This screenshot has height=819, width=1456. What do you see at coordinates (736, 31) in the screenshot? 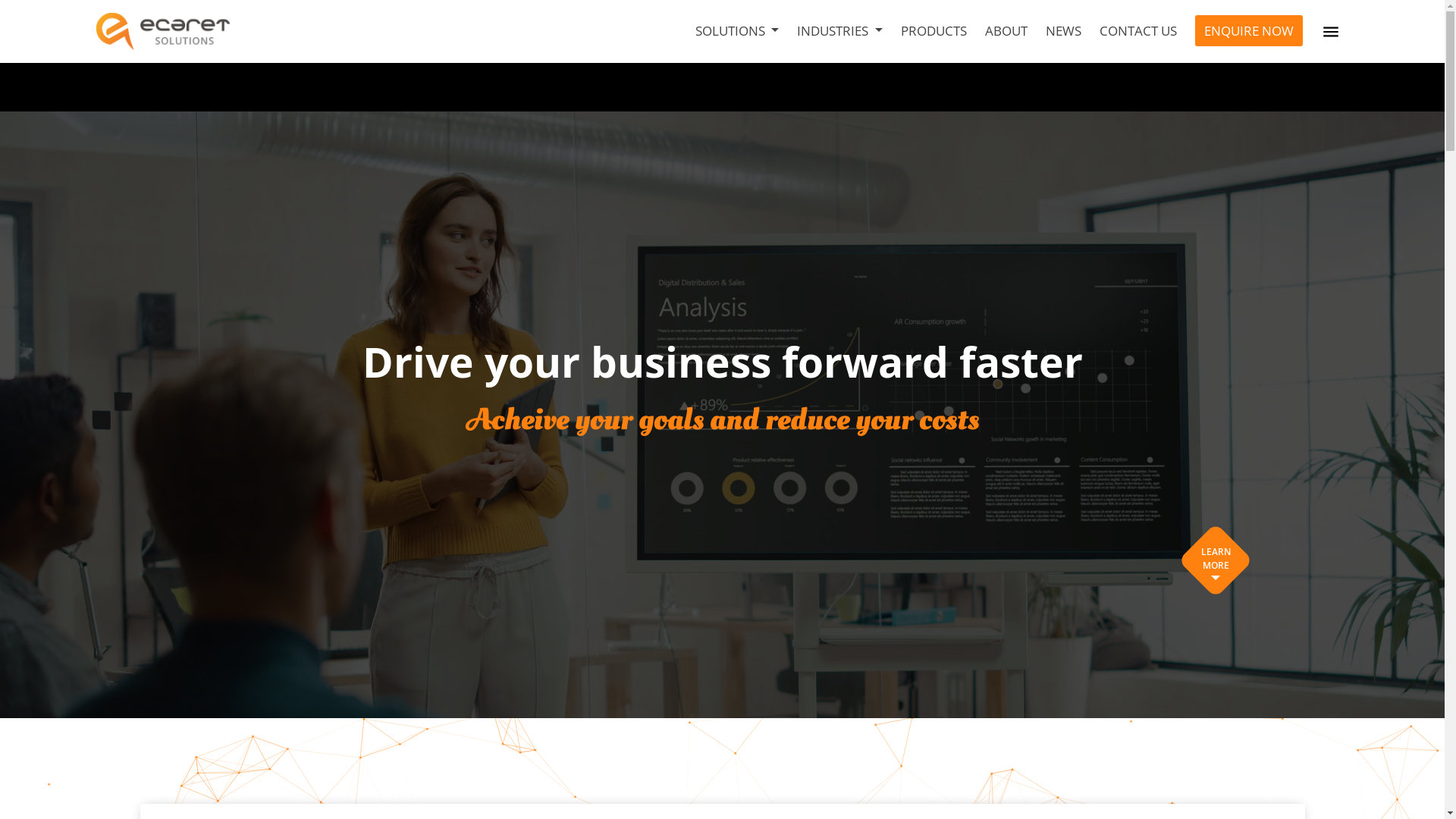
I see `'SOLUTIONS'` at bounding box center [736, 31].